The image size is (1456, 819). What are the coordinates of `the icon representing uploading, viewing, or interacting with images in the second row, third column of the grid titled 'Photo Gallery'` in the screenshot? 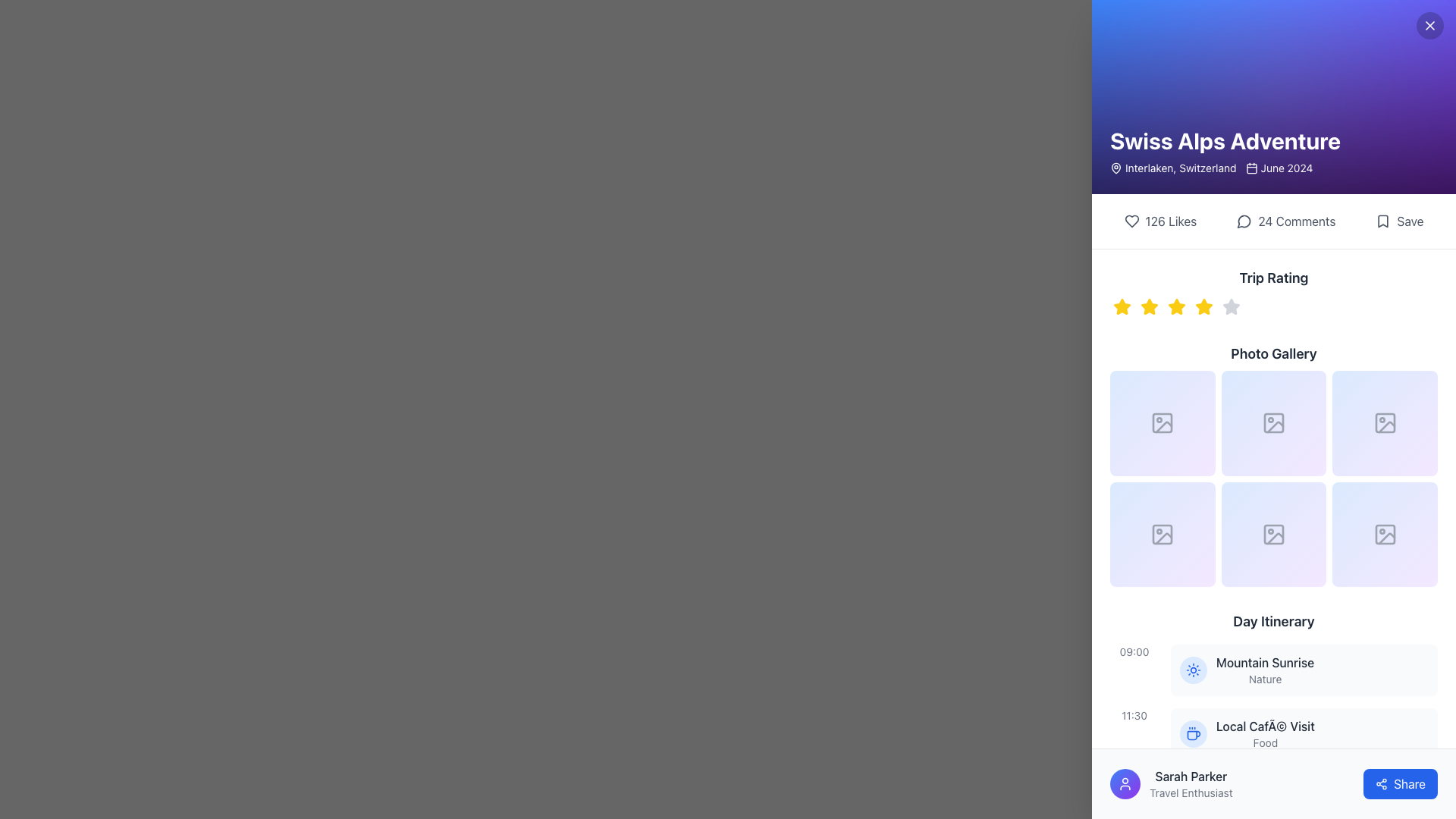 It's located at (1385, 534).